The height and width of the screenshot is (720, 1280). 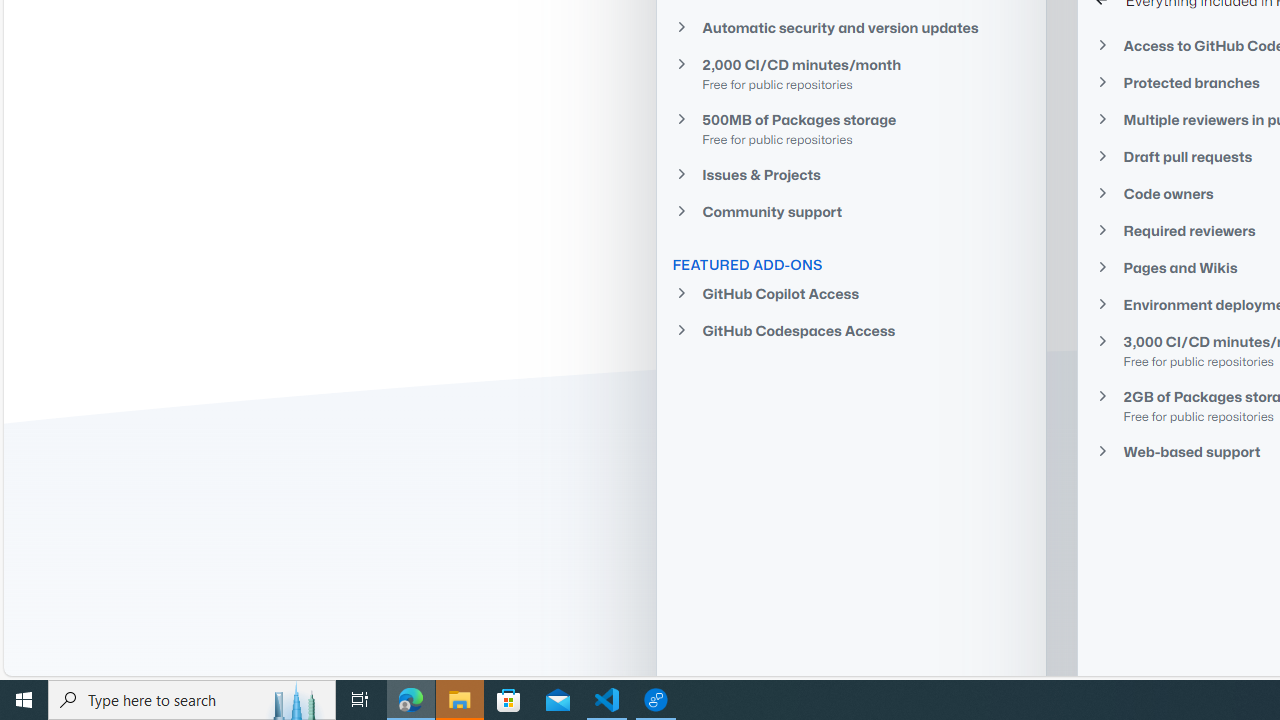 I want to click on 'GitHub Copilot Access', so click(x=851, y=294).